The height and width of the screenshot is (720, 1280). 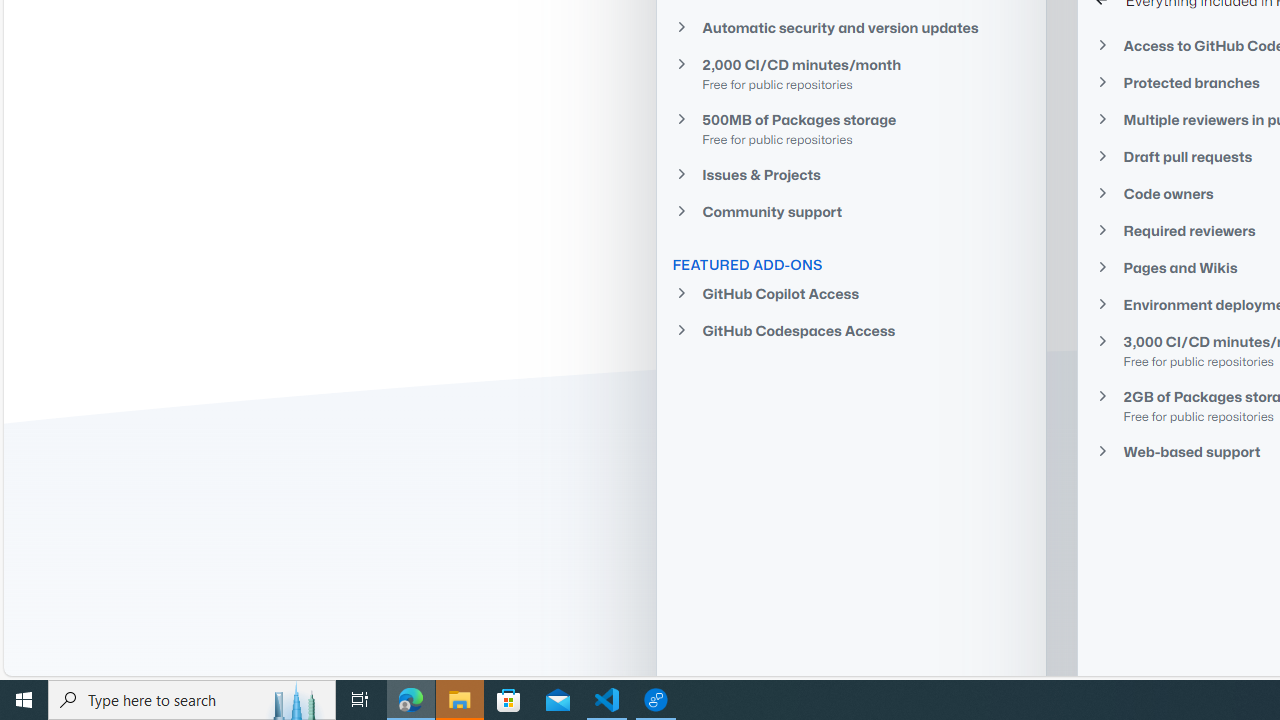 I want to click on 'GitHub Copilot Access', so click(x=851, y=294).